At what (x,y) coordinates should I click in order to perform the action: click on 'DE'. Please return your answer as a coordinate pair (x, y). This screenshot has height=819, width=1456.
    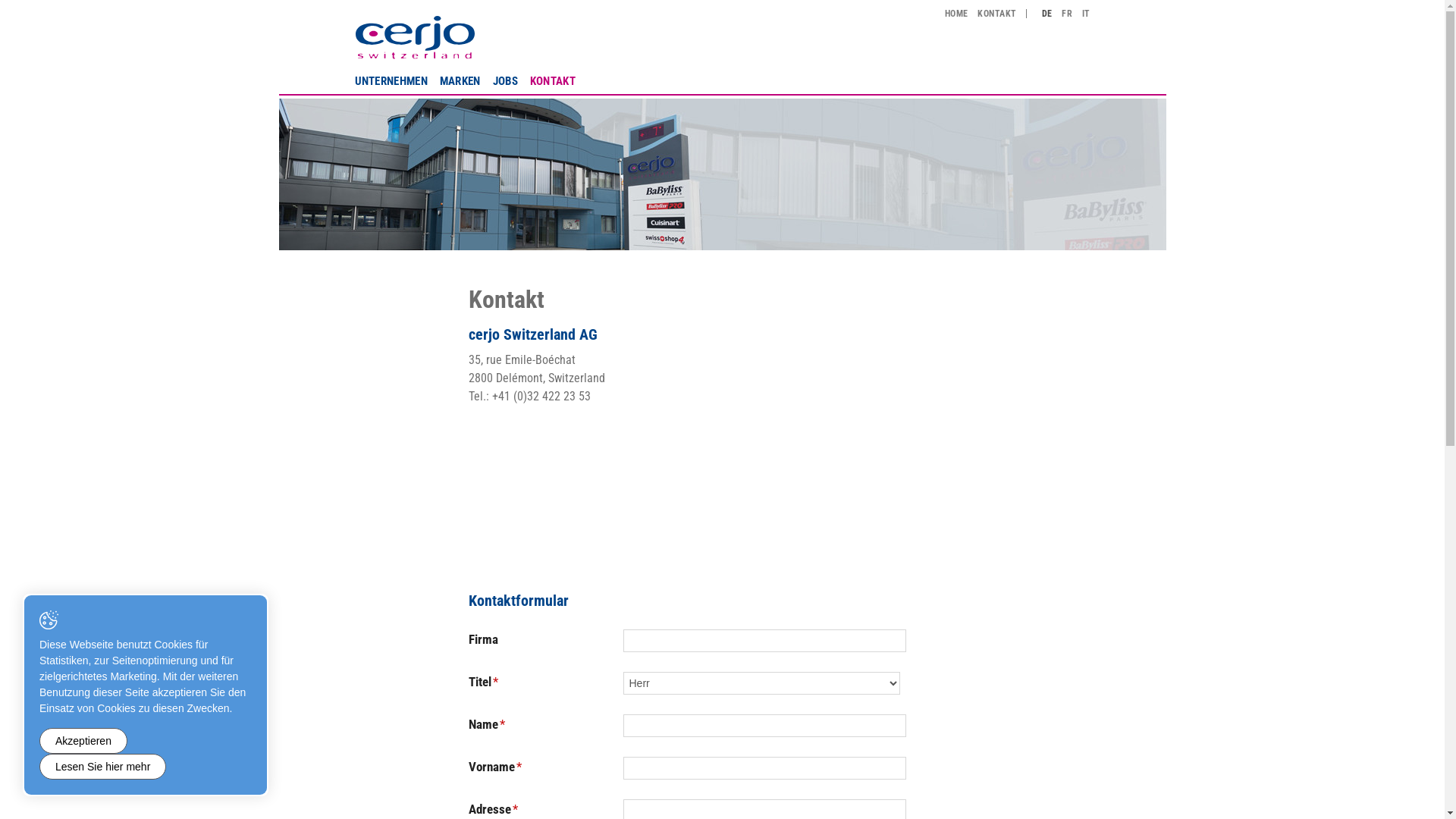
    Looking at the image, I should click on (1046, 14).